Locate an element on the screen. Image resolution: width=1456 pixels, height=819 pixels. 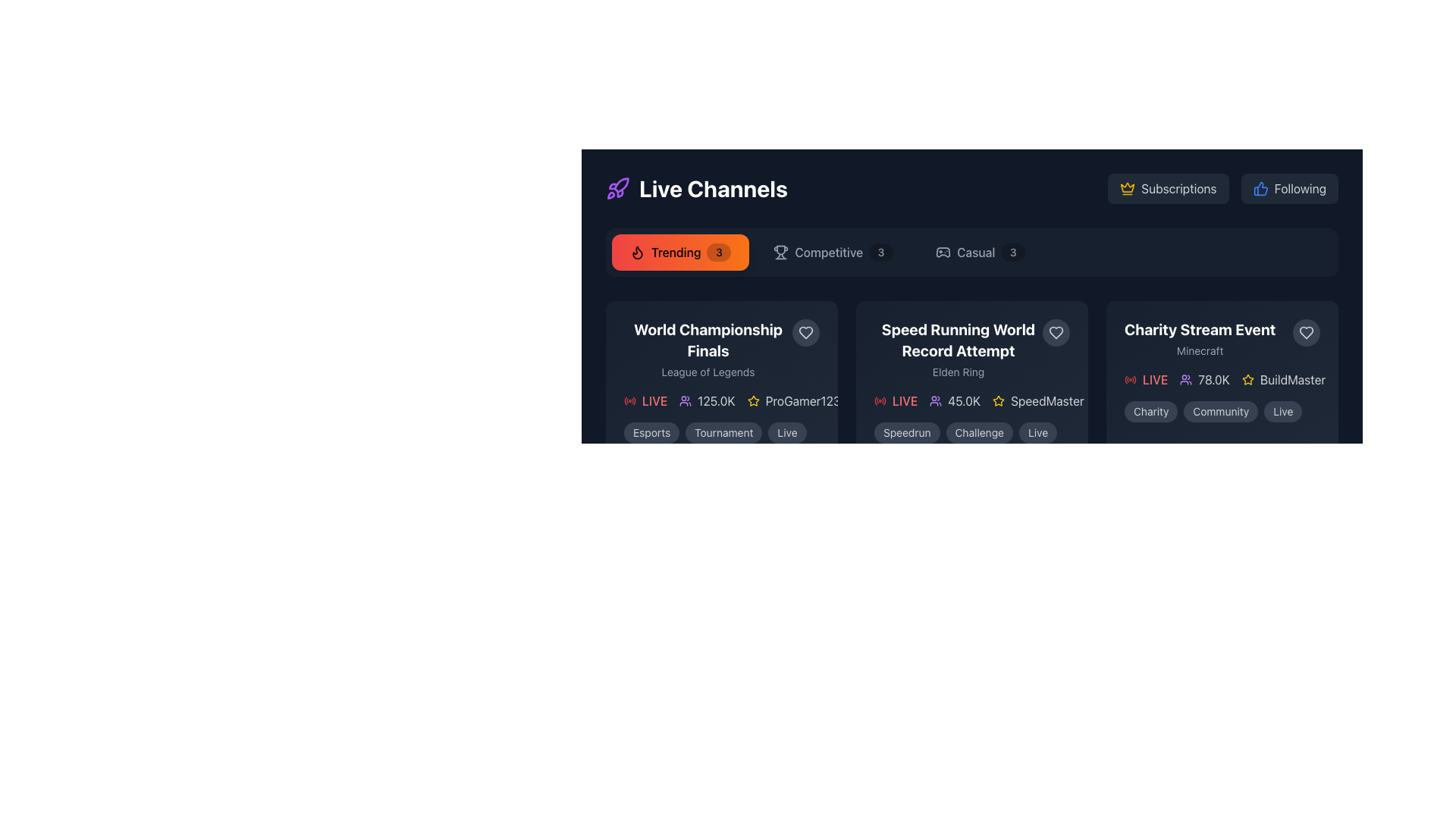
the second badge in the horizontal group of badges located below the 'Charity Stream Event' card, which indicates a content type or characteristic is located at coordinates (1221, 412).